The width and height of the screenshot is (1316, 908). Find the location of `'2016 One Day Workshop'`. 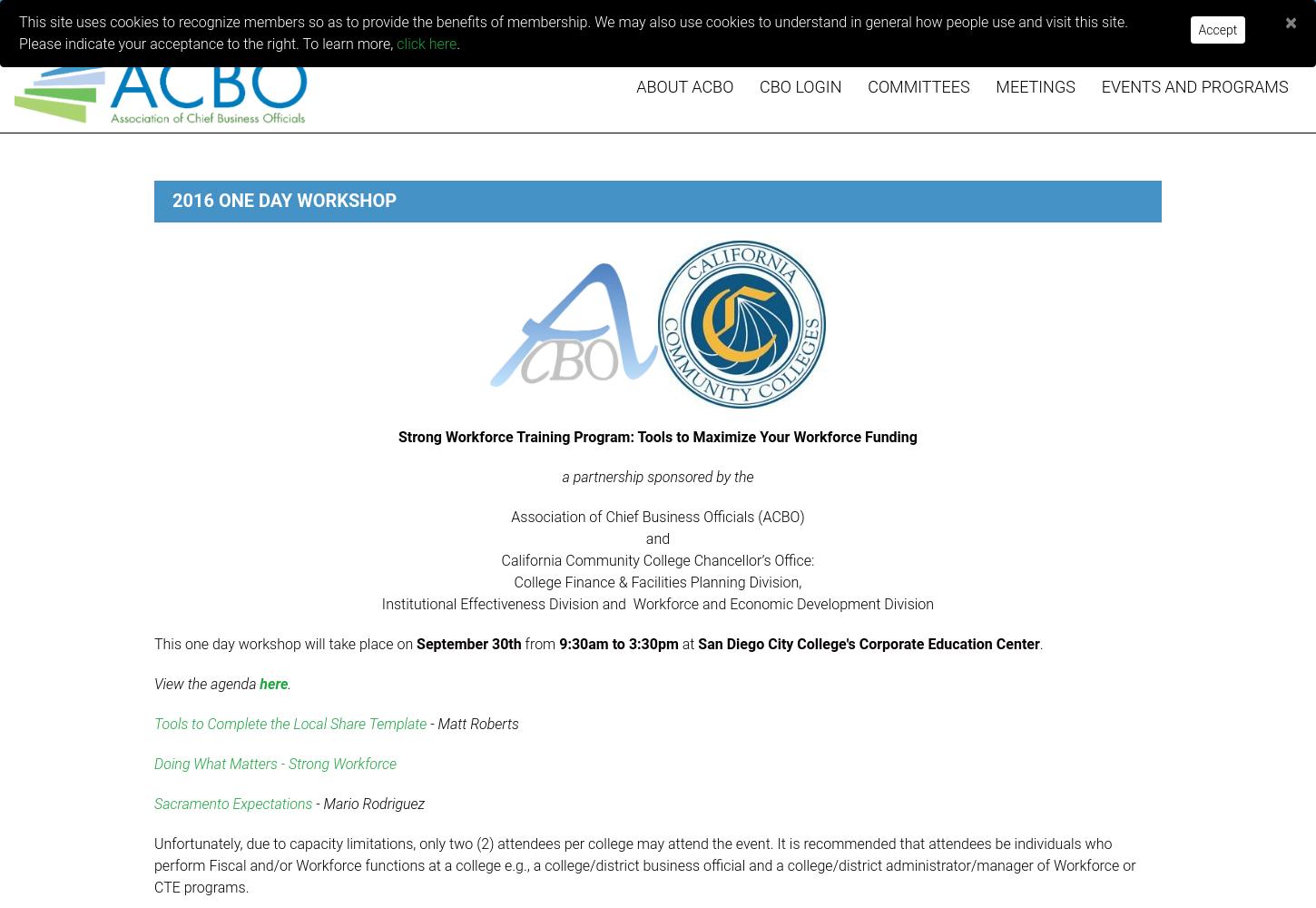

'2016 One Day Workshop' is located at coordinates (171, 200).